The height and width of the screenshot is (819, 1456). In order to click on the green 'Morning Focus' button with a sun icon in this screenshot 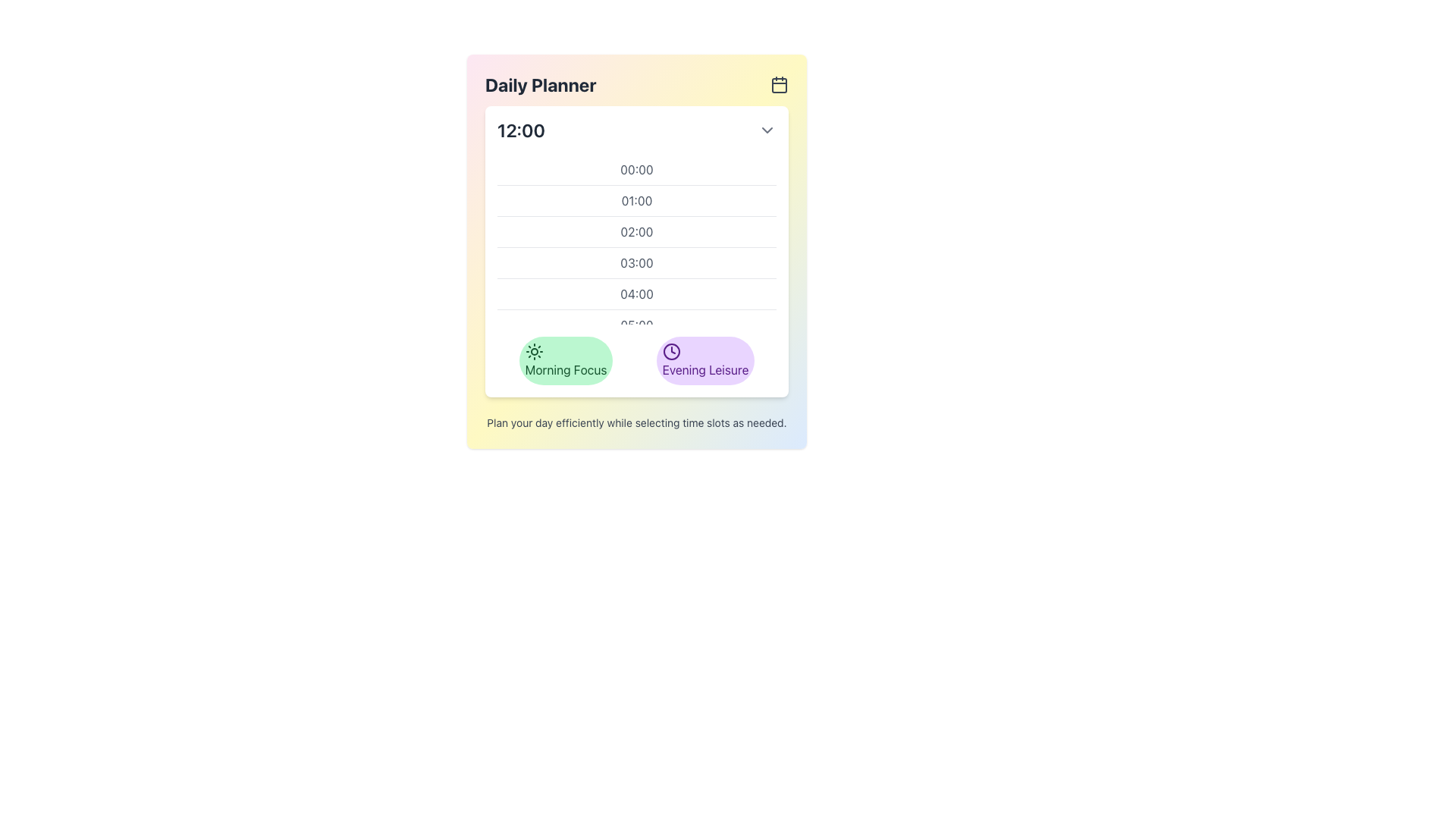, I will do `click(565, 360)`.